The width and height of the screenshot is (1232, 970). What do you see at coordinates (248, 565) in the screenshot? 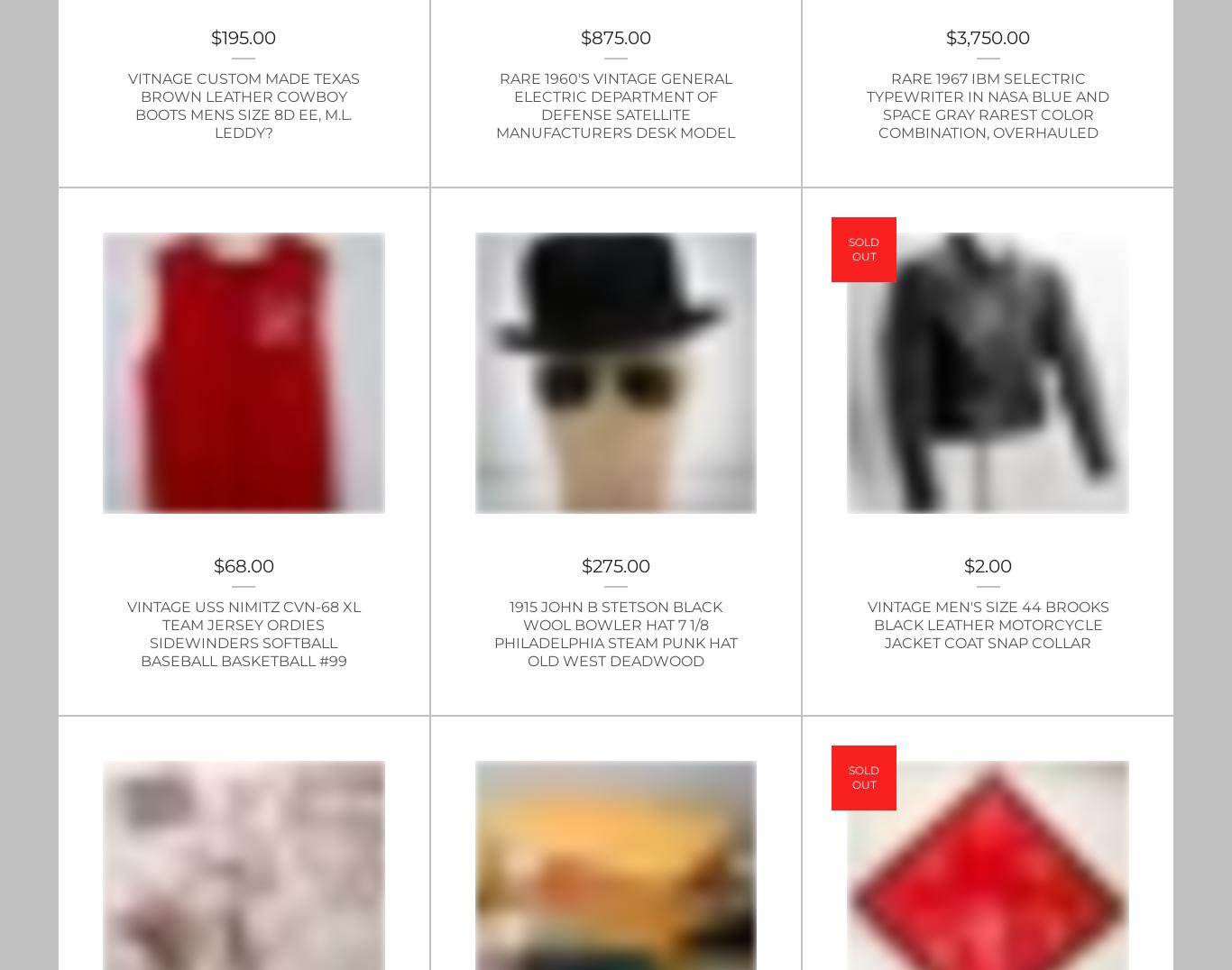
I see `'68.00'` at bounding box center [248, 565].